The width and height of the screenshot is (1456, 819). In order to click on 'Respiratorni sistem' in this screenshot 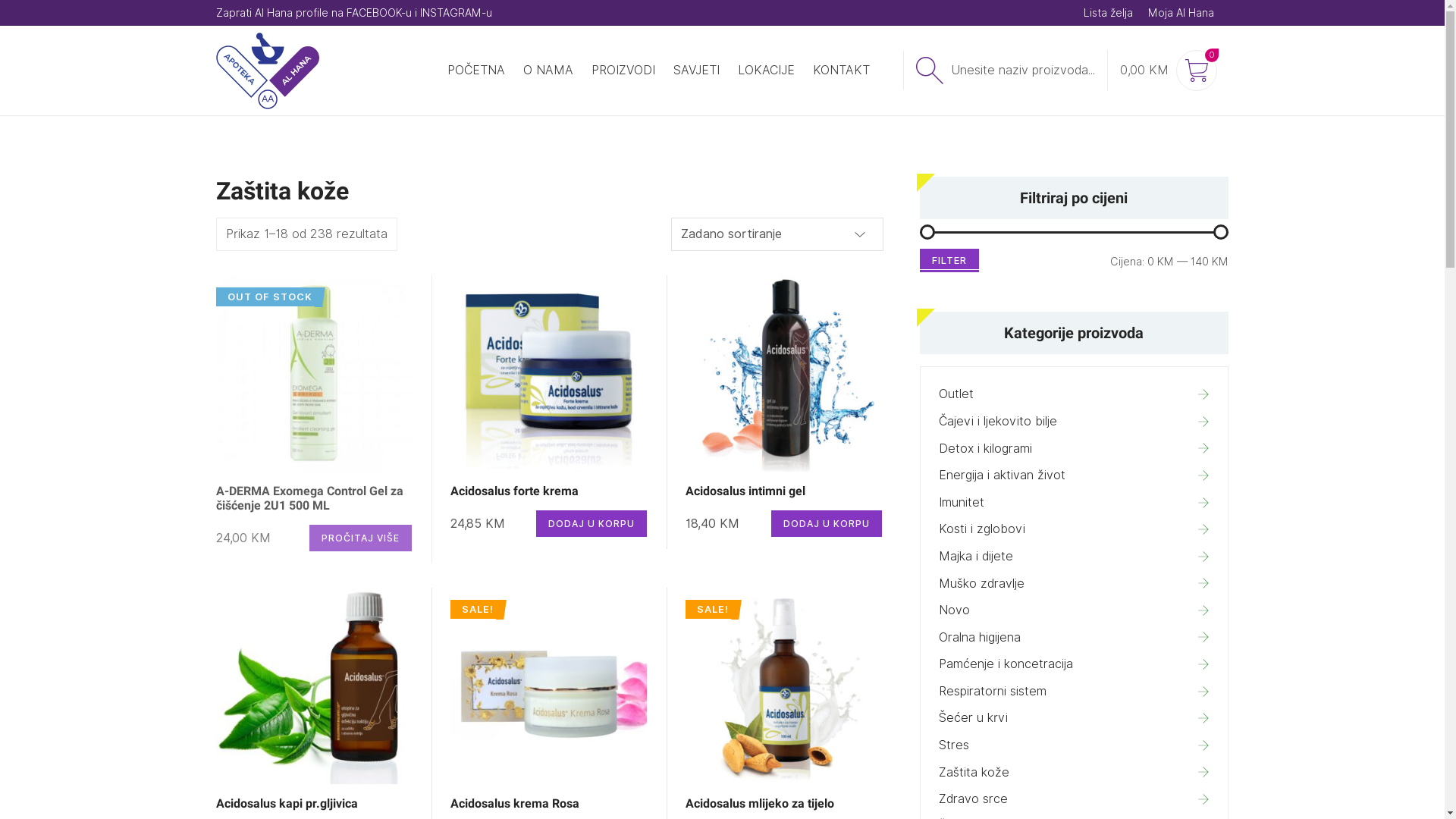, I will do `click(1073, 691)`.